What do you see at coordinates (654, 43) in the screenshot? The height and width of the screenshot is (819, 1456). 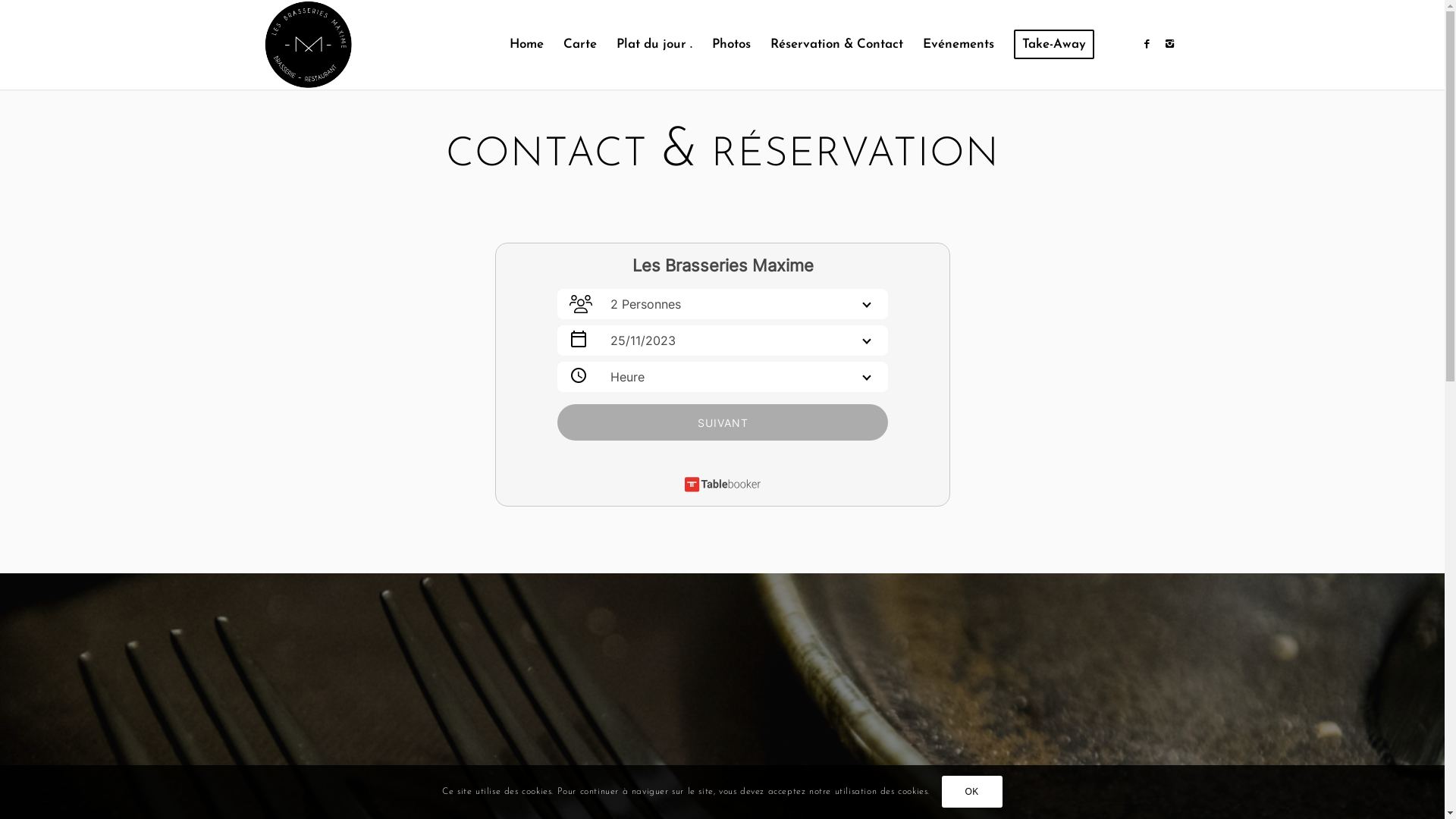 I see `'Plat du jour .'` at bounding box center [654, 43].